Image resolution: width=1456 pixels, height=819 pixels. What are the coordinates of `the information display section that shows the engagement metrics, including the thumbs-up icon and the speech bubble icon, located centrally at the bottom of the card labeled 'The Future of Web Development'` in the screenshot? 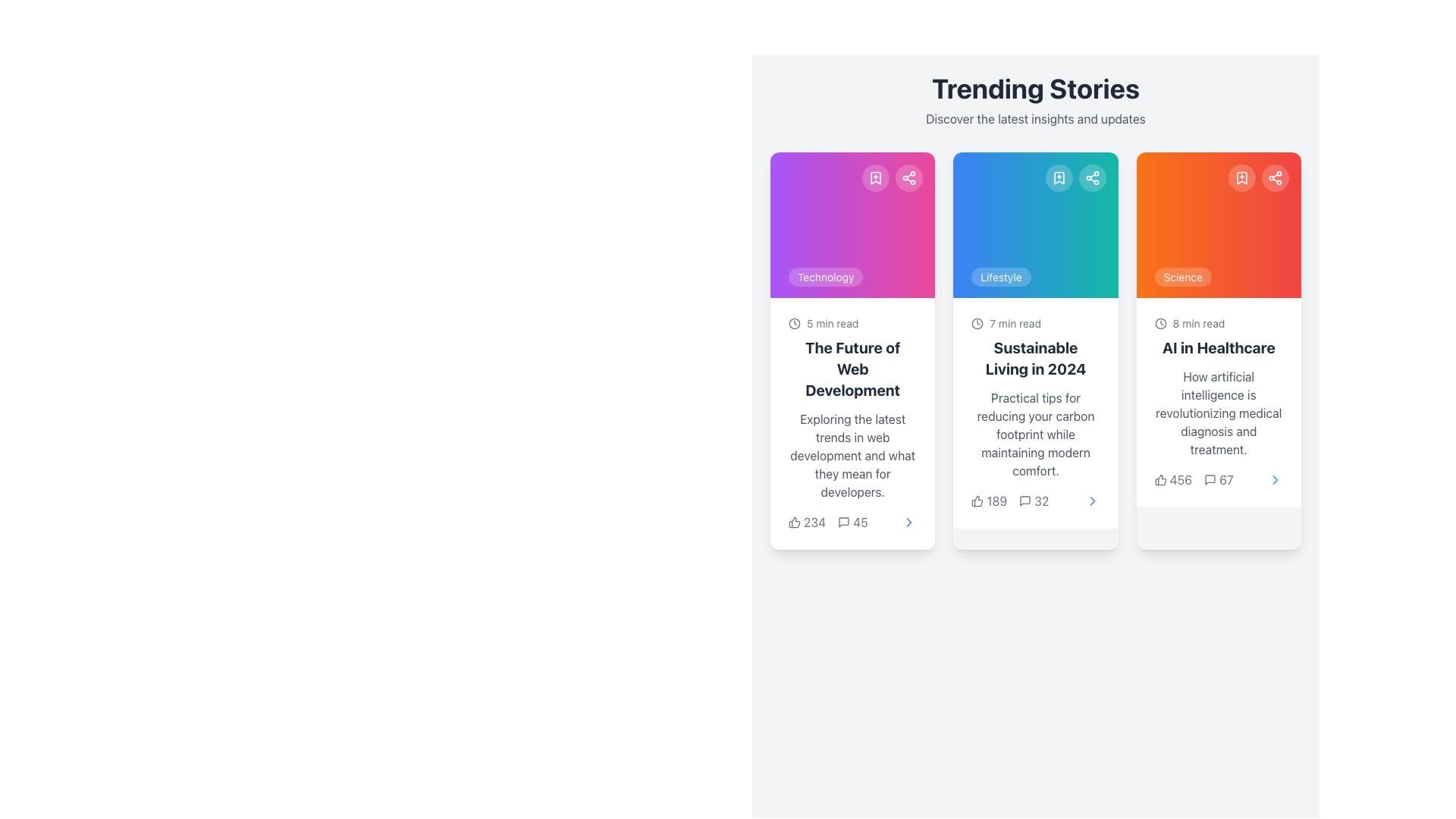 It's located at (827, 522).